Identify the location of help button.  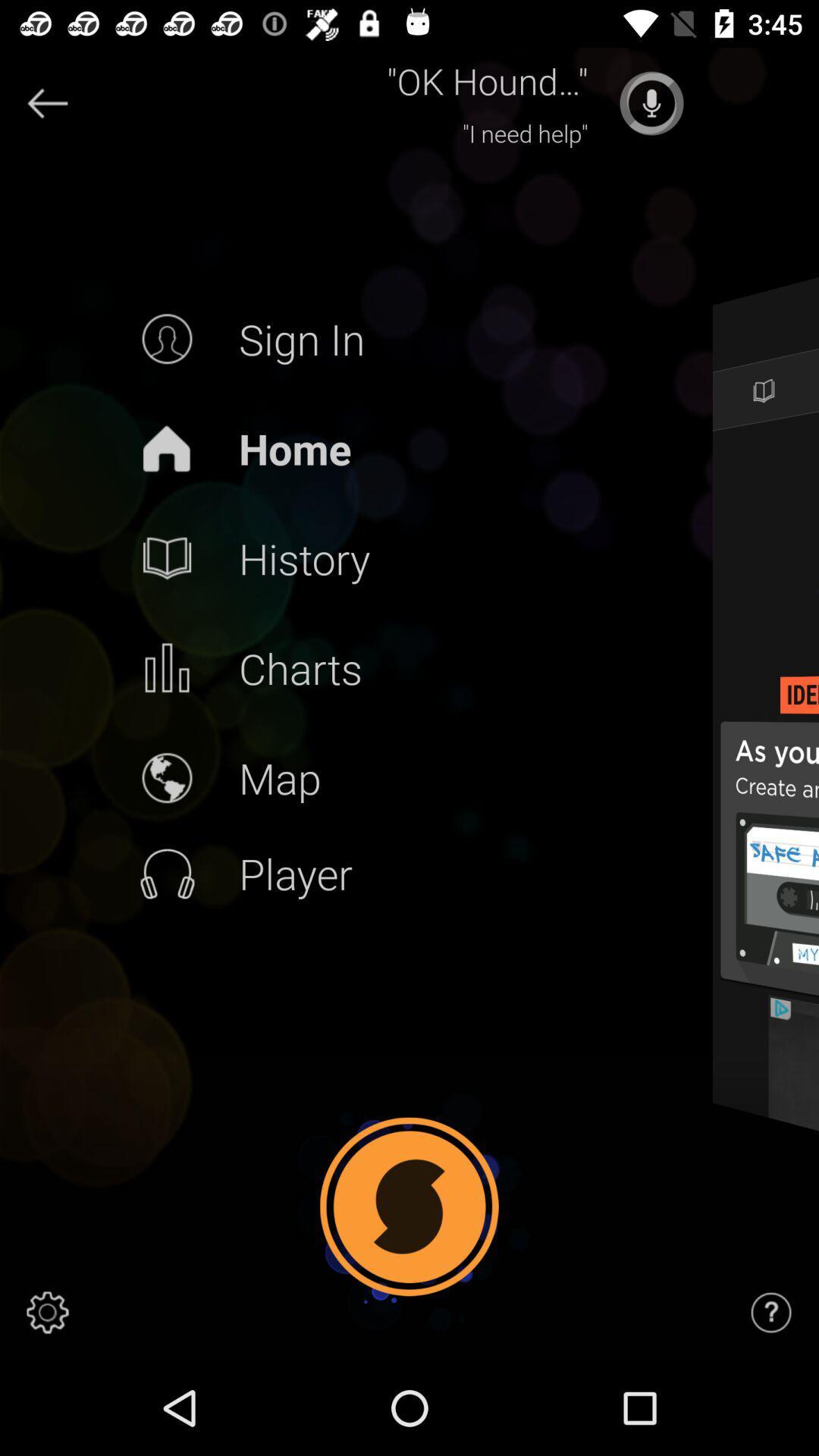
(771, 1312).